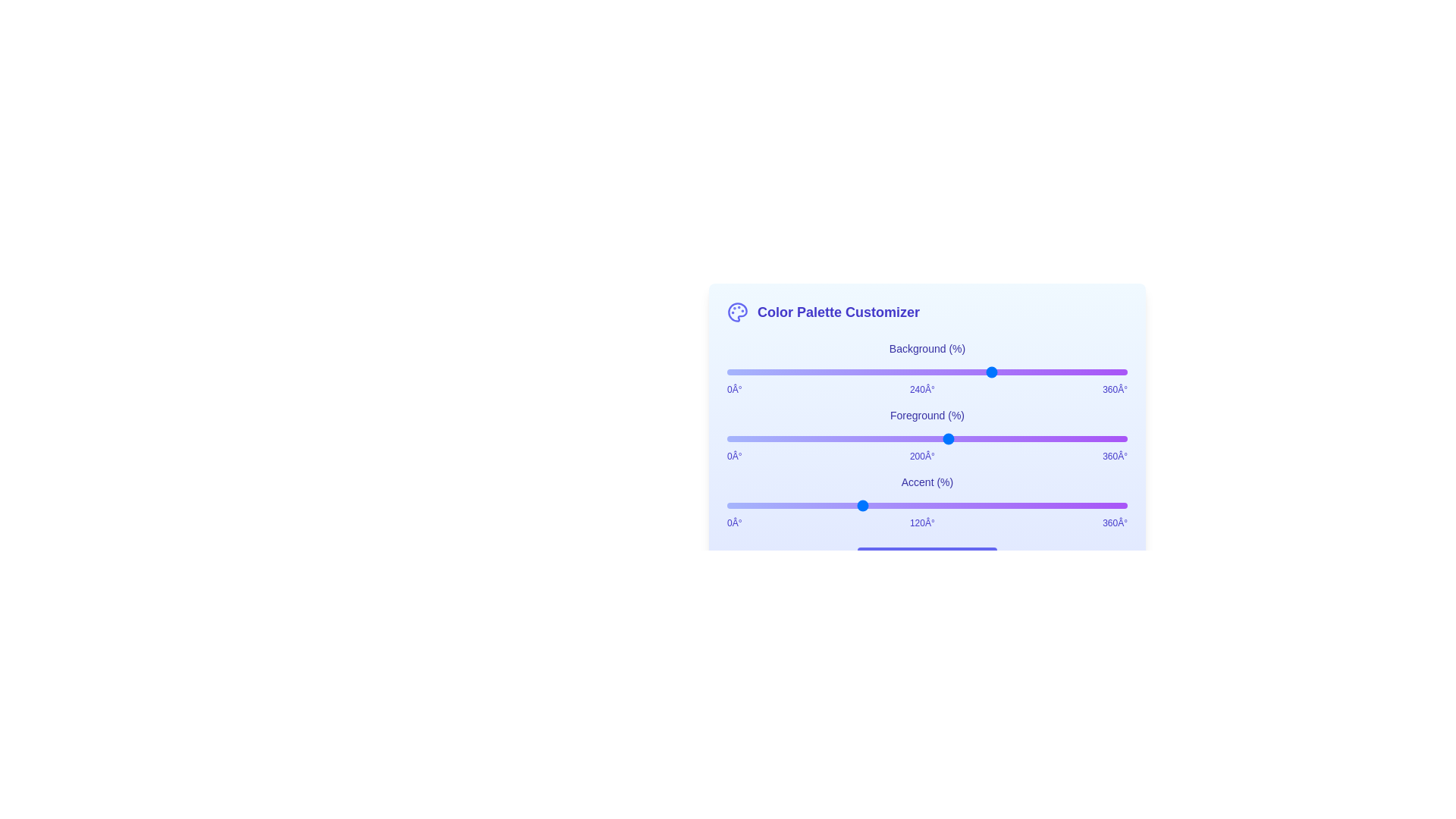 The width and height of the screenshot is (1456, 819). What do you see at coordinates (1109, 438) in the screenshot?
I see `the foreground color slider to set its hue value to 343°` at bounding box center [1109, 438].